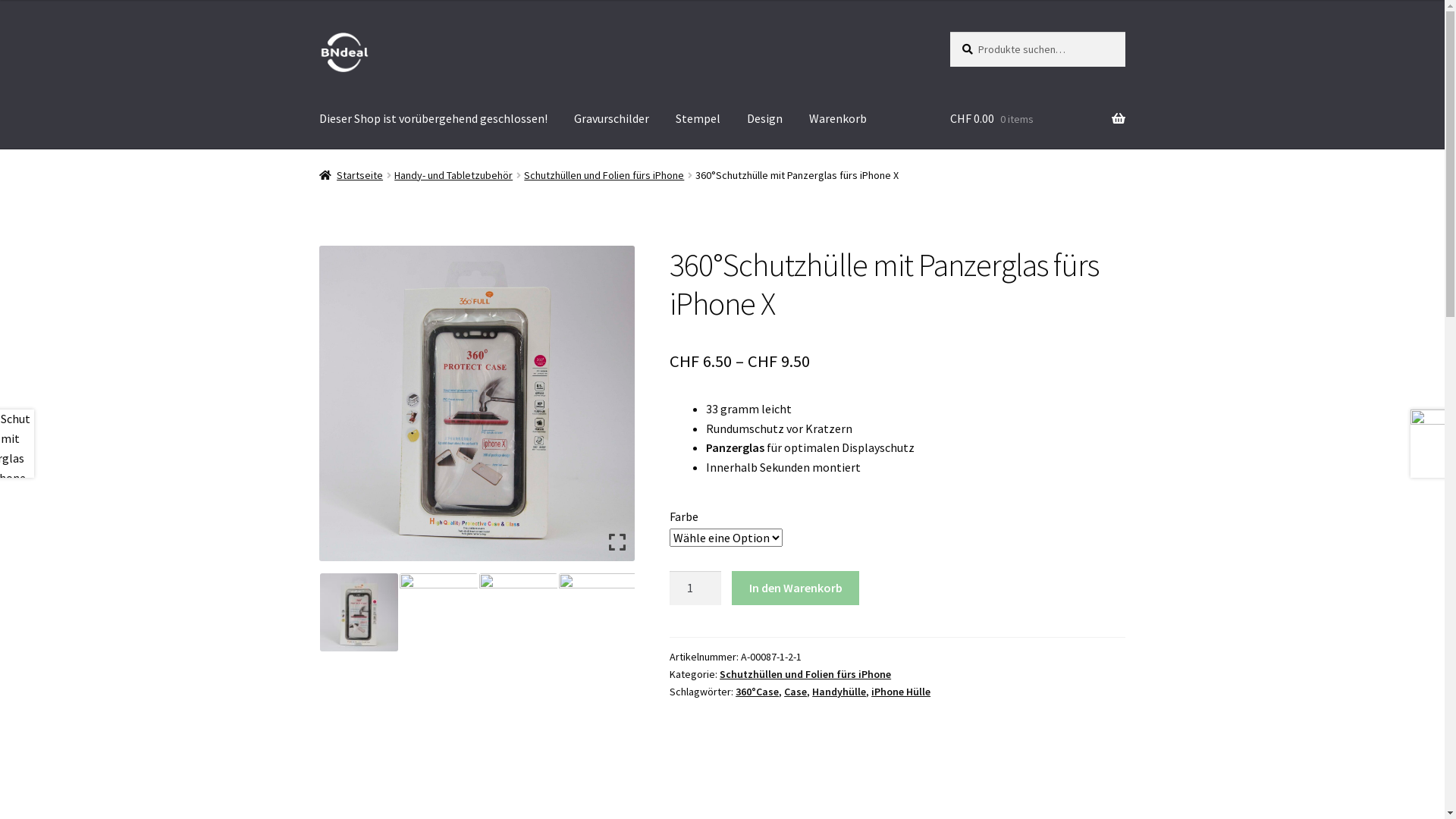 The image size is (1456, 819). I want to click on 'In den Warenkorb', so click(795, 587).